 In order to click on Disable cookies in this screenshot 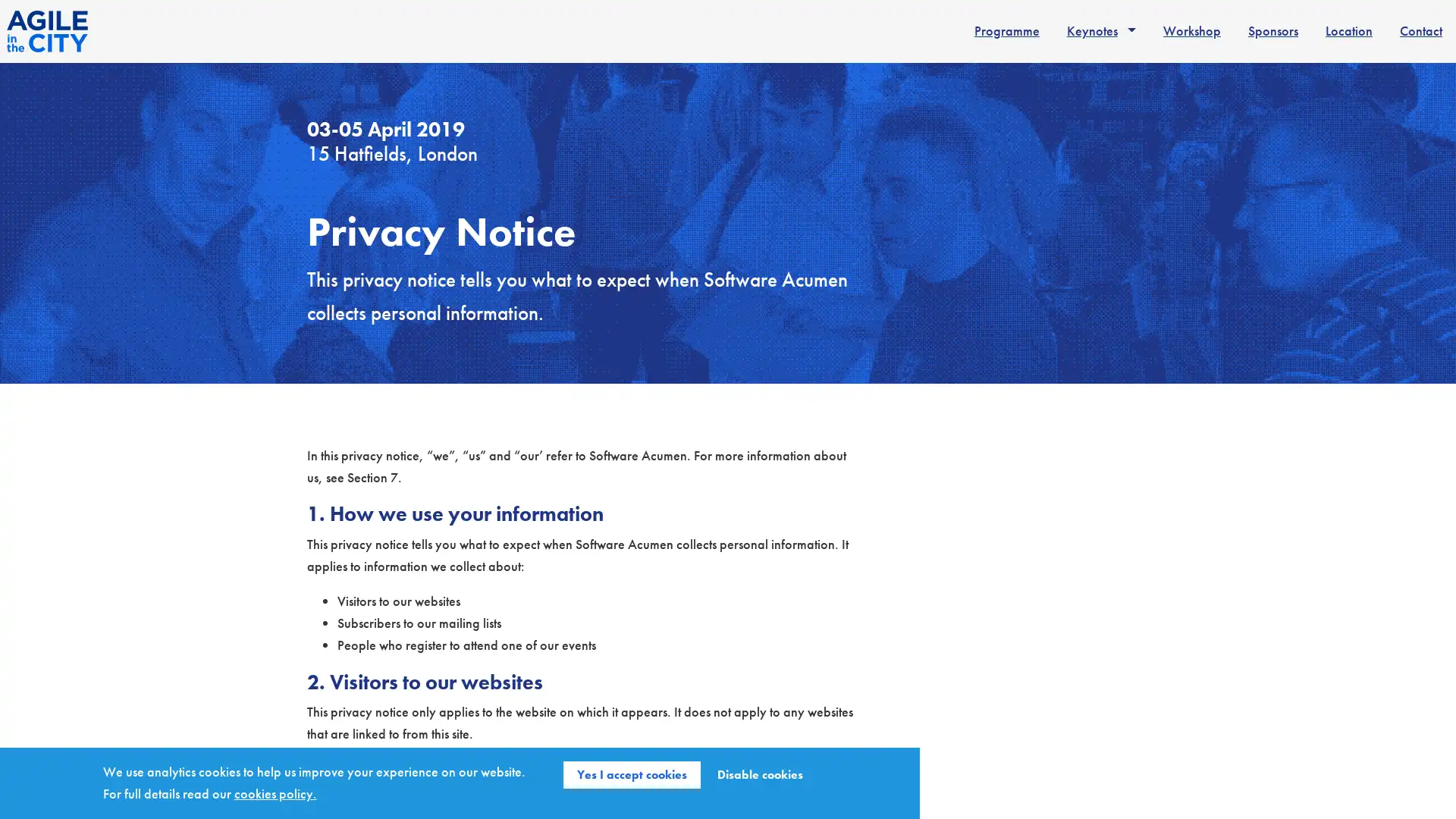, I will do `click(760, 775)`.